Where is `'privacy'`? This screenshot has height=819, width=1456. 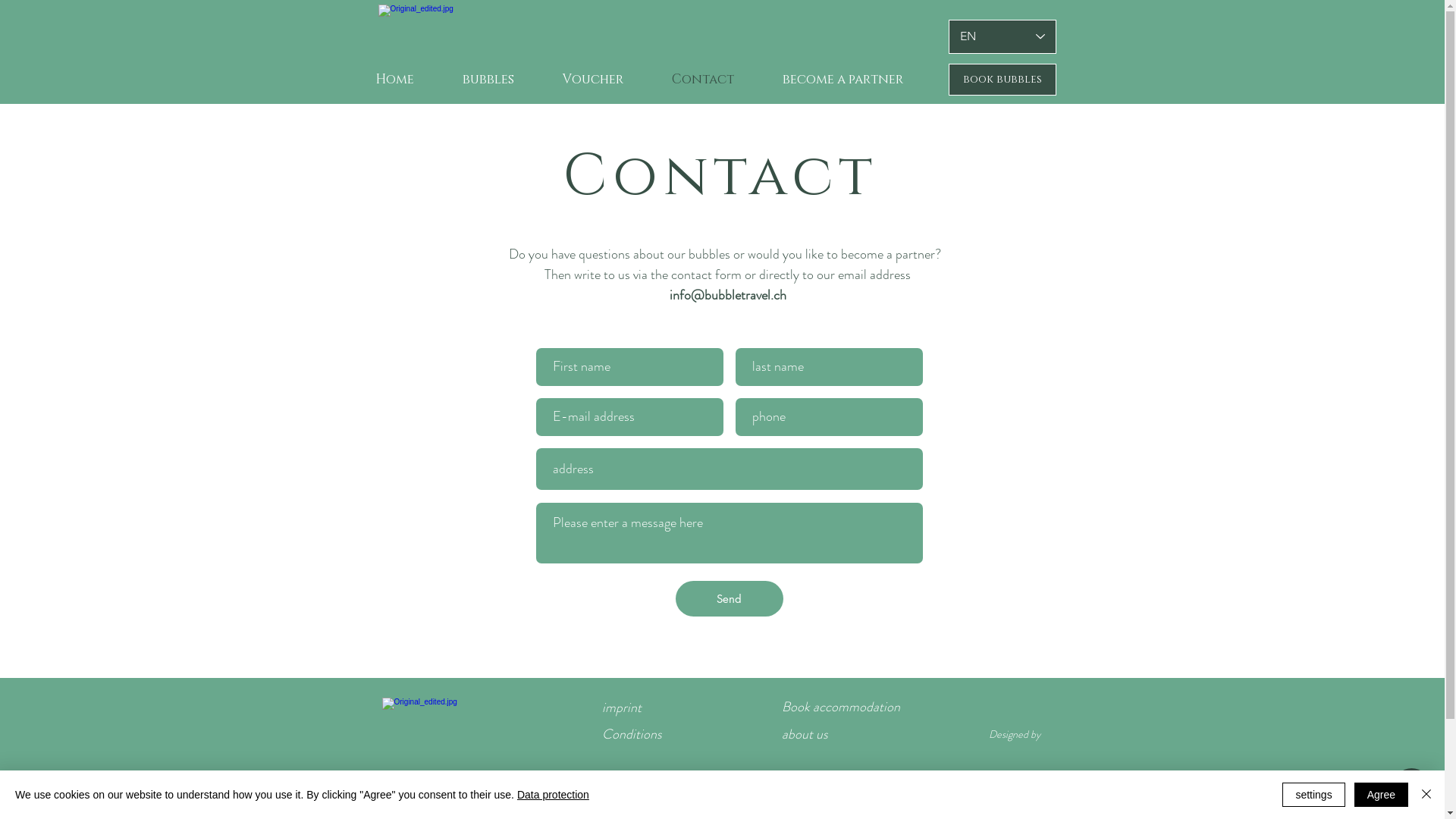 'privacy' is located at coordinates (621, 792).